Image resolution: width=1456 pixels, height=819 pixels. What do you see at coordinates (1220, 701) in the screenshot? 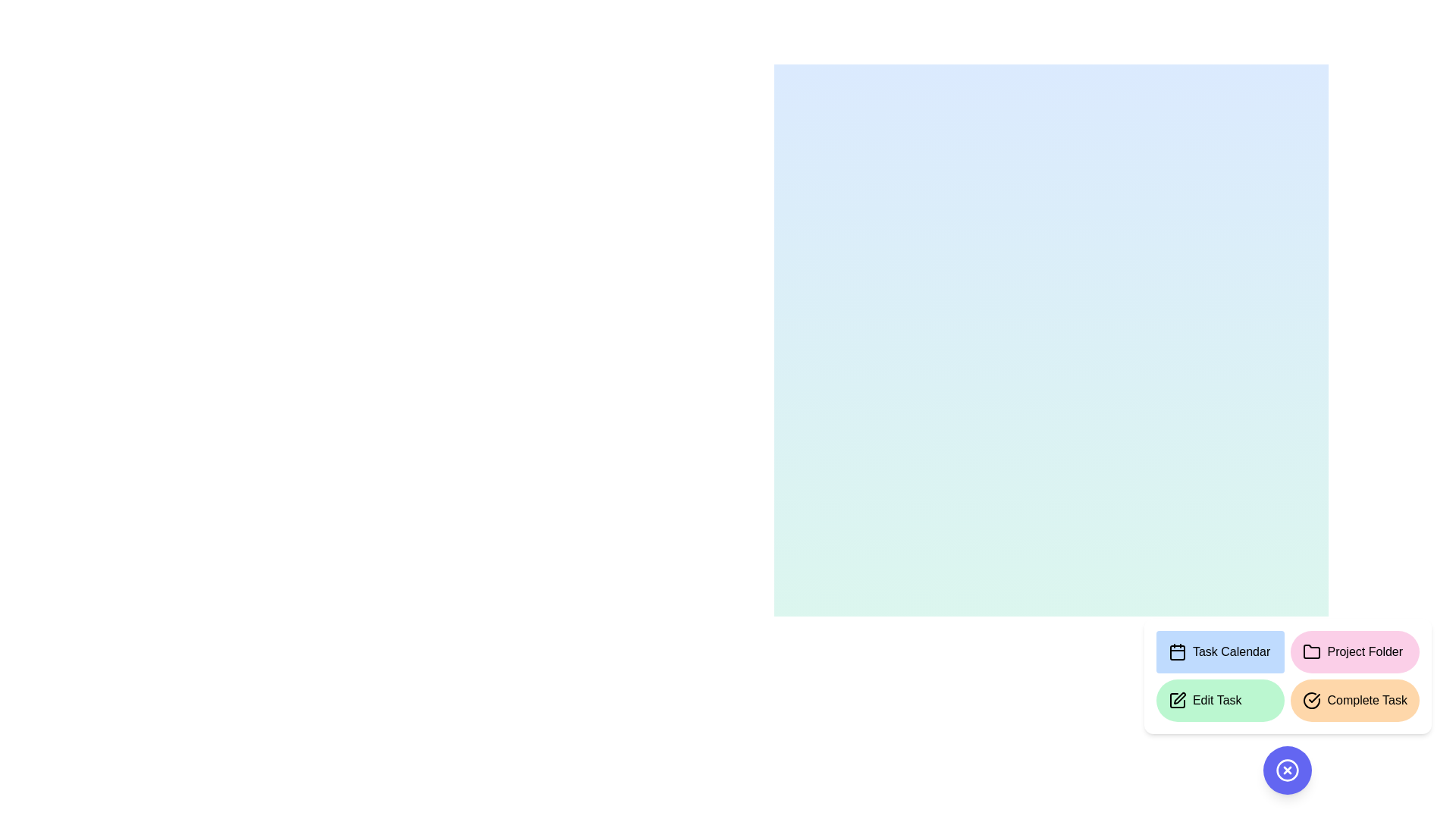
I see `the edit task button located in the bottom-left quadrant of the interface, below the 'Task Calendar' and to the left of the 'Complete Task' button, to enable keyboard interactions` at bounding box center [1220, 701].